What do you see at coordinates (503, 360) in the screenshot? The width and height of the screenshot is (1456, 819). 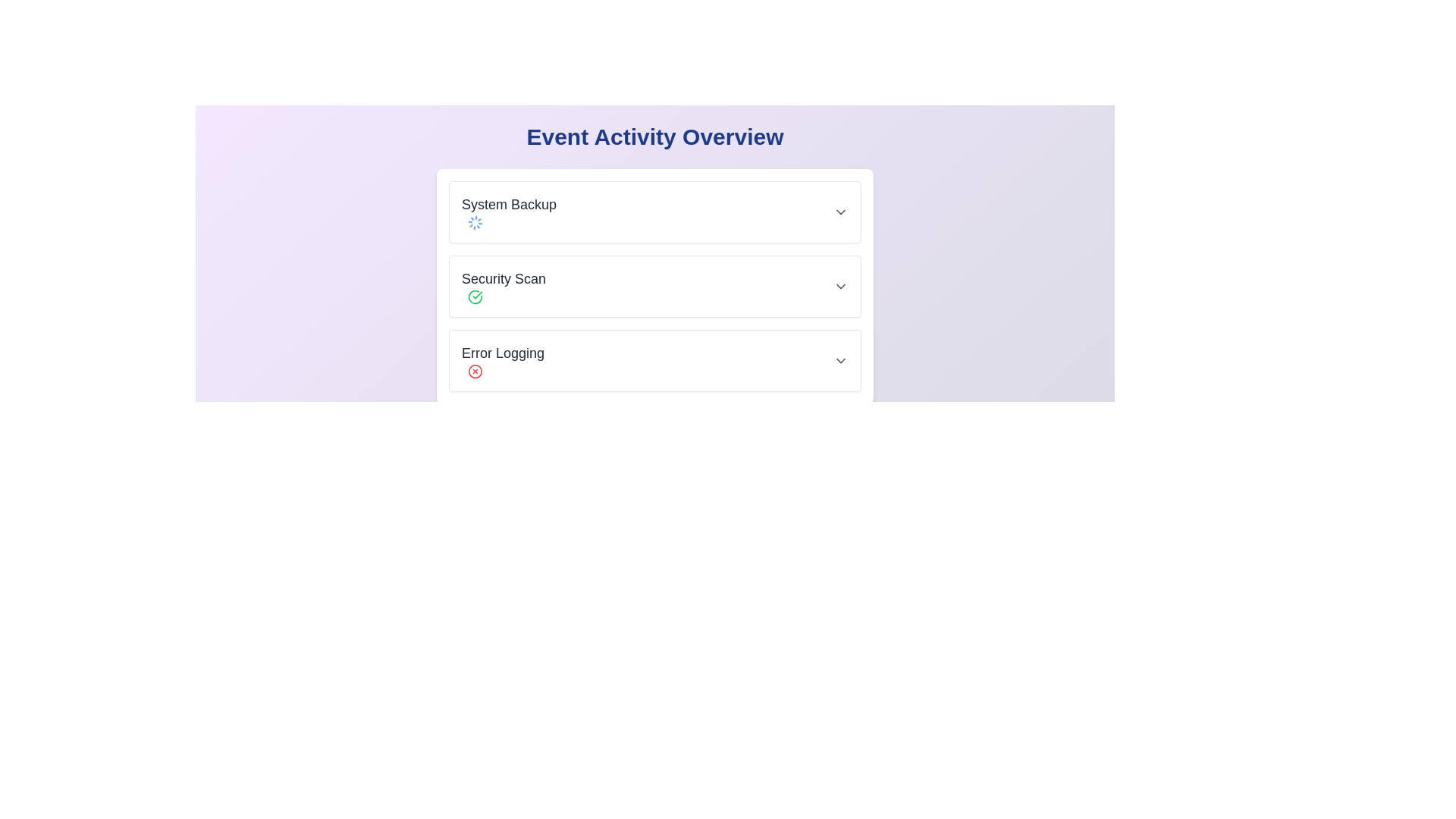 I see `the error notification label with an icon located in the 'Event Activity Overview' section, which is the third item in the list after 'System Backup' and 'Security Scan'` at bounding box center [503, 360].